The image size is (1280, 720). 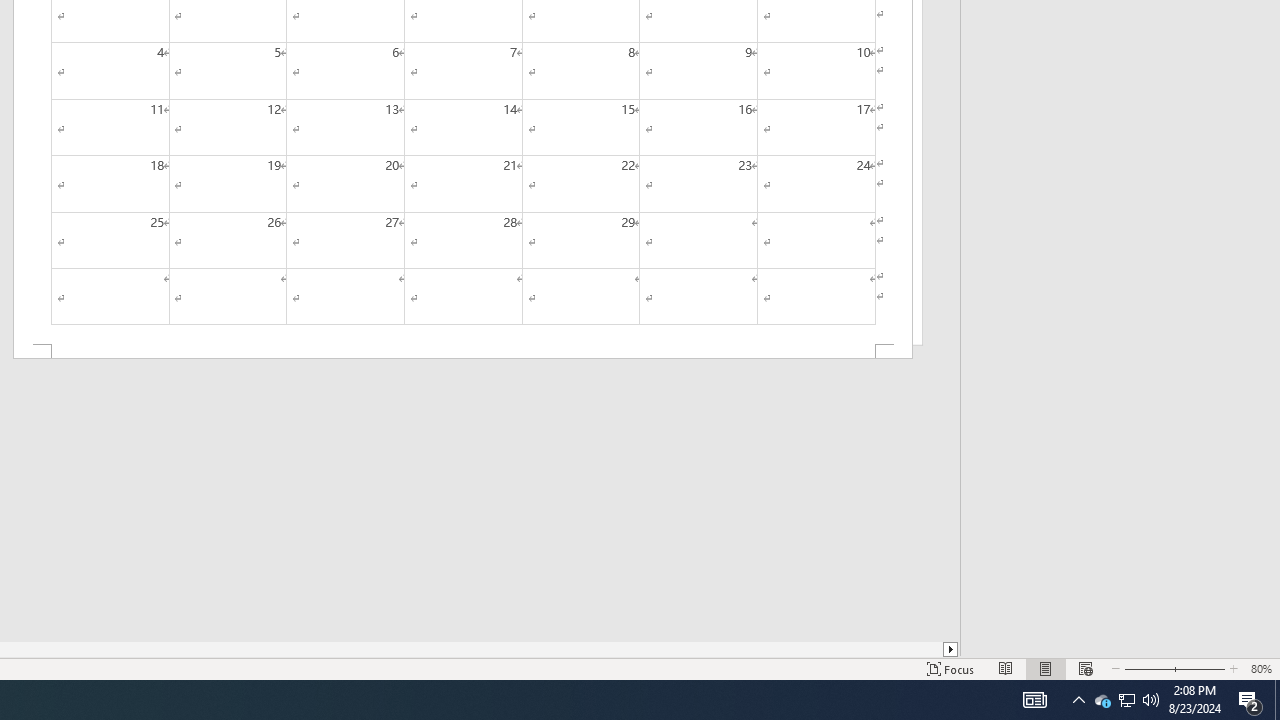 I want to click on 'Web Layout', so click(x=1085, y=669).